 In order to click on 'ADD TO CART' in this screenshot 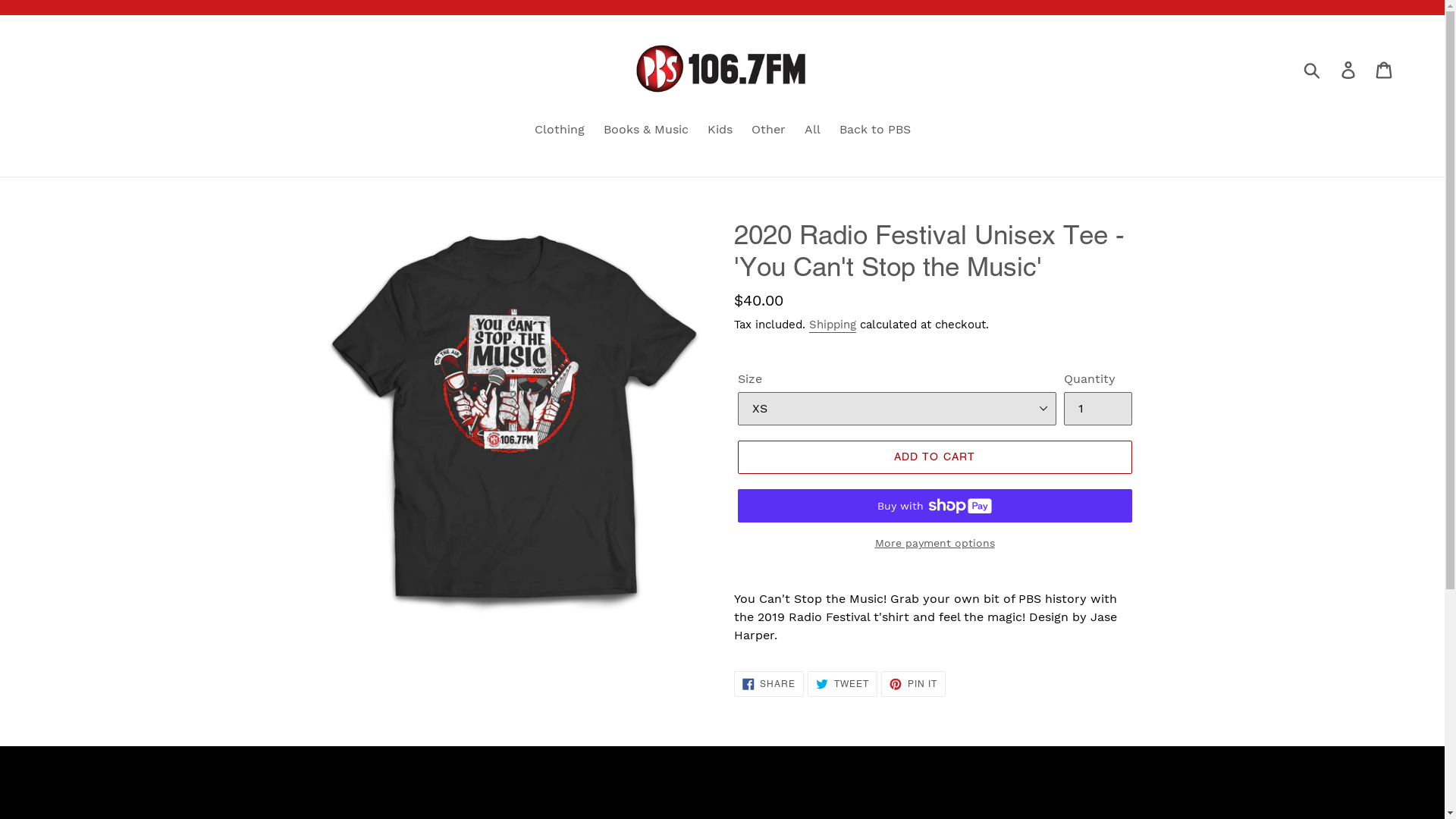, I will do `click(934, 456)`.